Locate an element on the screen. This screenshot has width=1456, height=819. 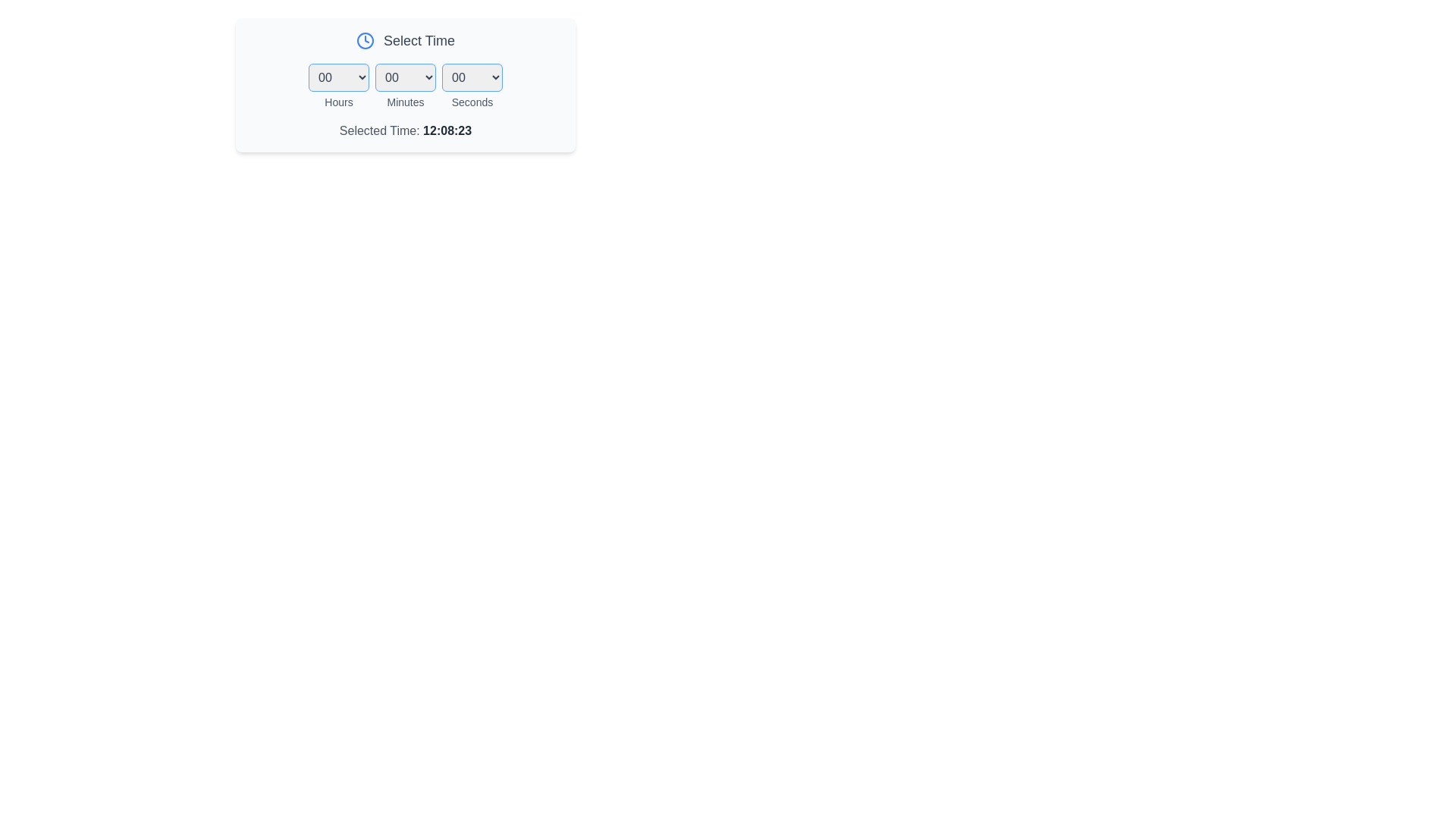
the middle dropdown menu for selecting minutes is located at coordinates (405, 86).